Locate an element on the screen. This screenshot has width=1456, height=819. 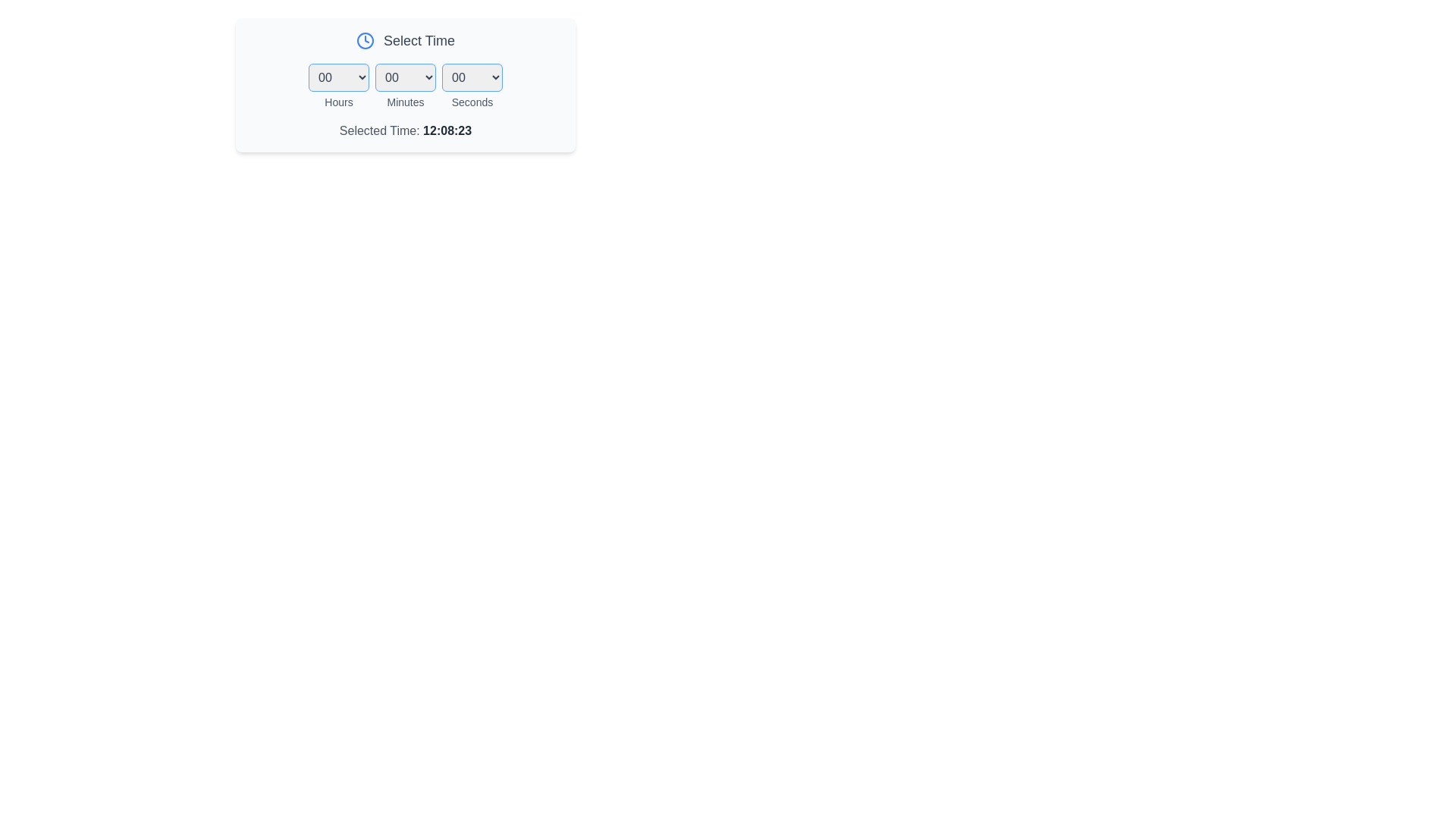
the middle dropdown menu for selecting minutes is located at coordinates (405, 86).